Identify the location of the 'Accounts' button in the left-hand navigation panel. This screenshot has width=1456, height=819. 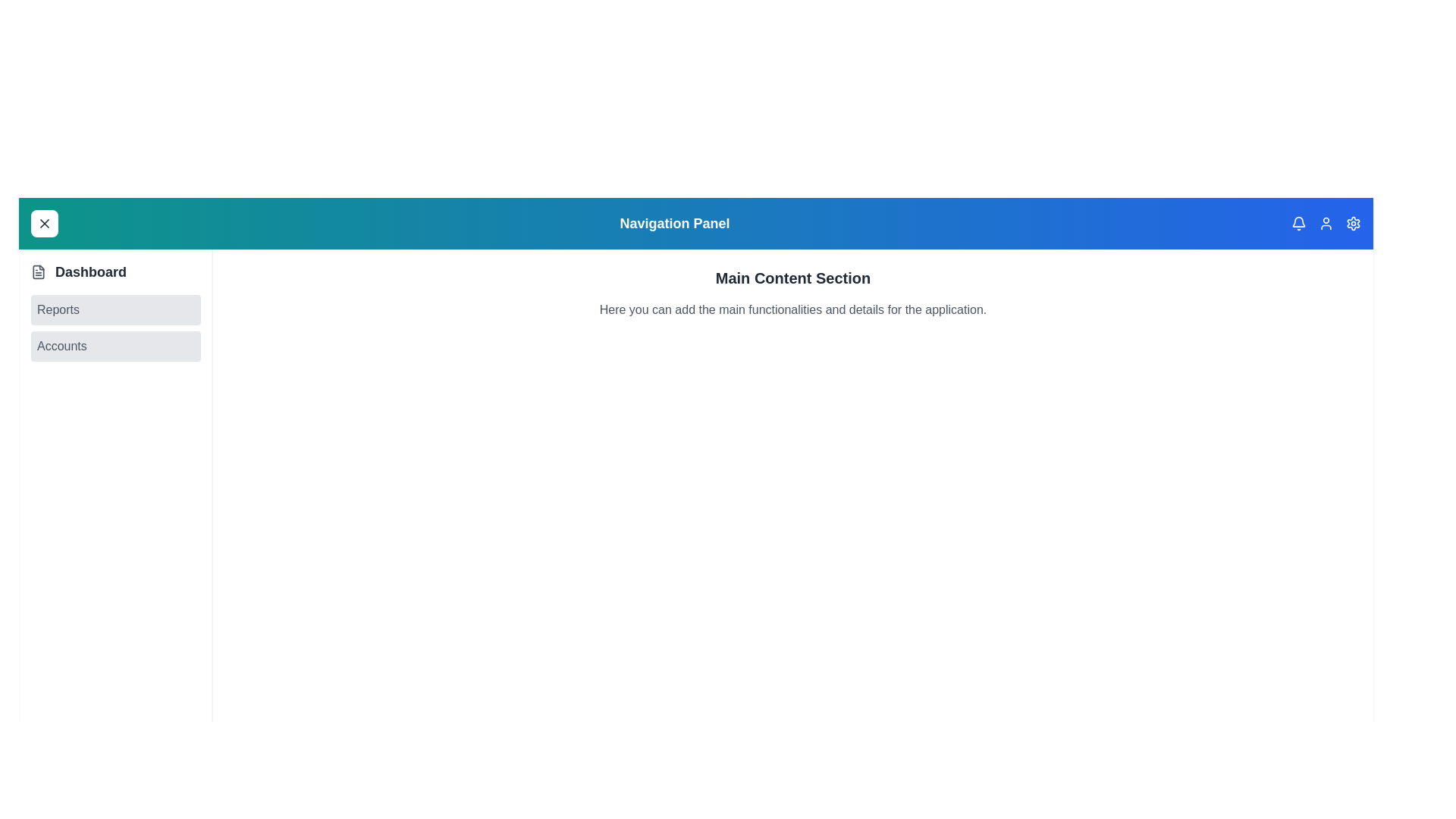
(115, 346).